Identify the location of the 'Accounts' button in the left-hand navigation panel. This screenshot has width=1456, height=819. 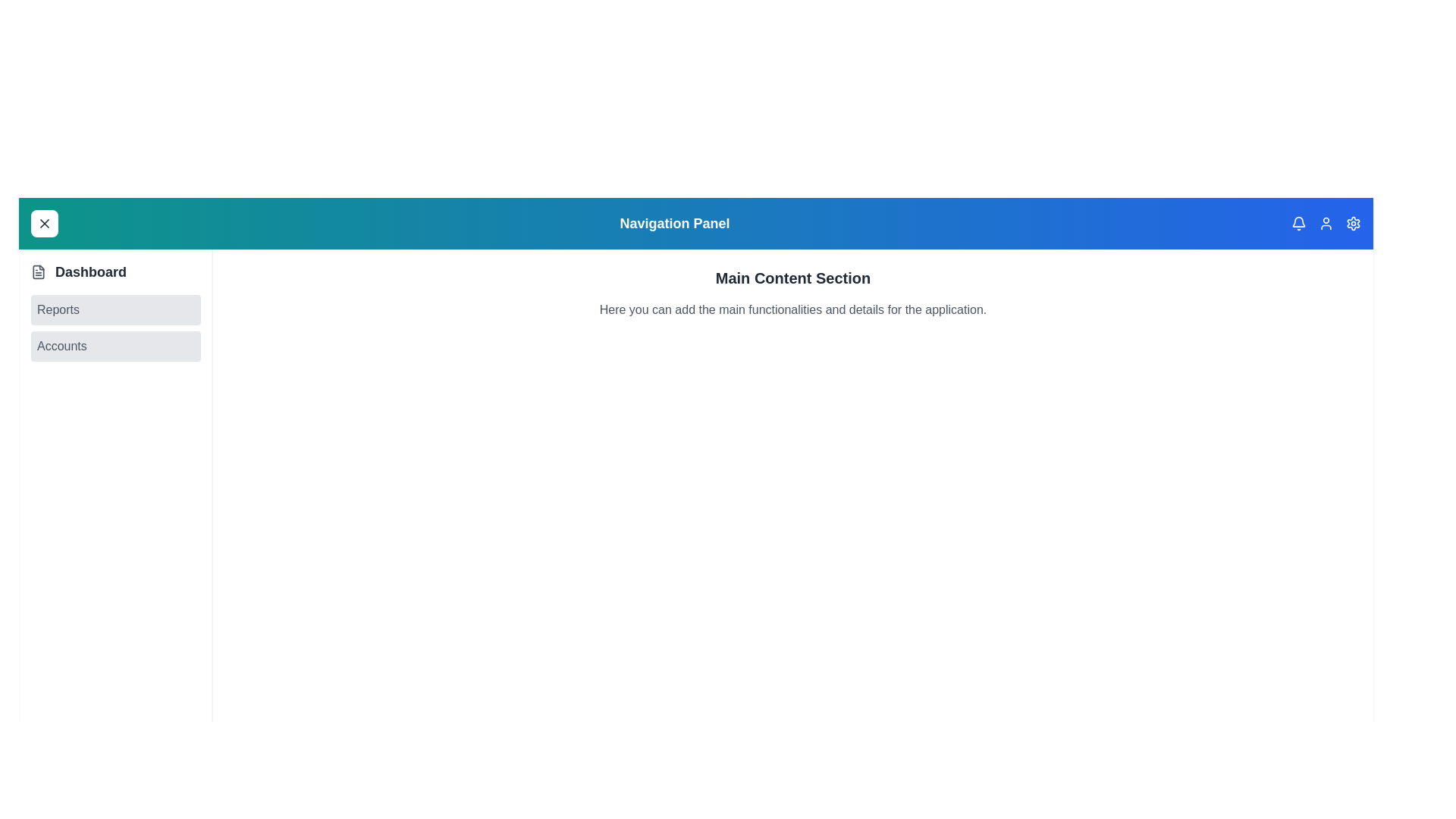
(115, 346).